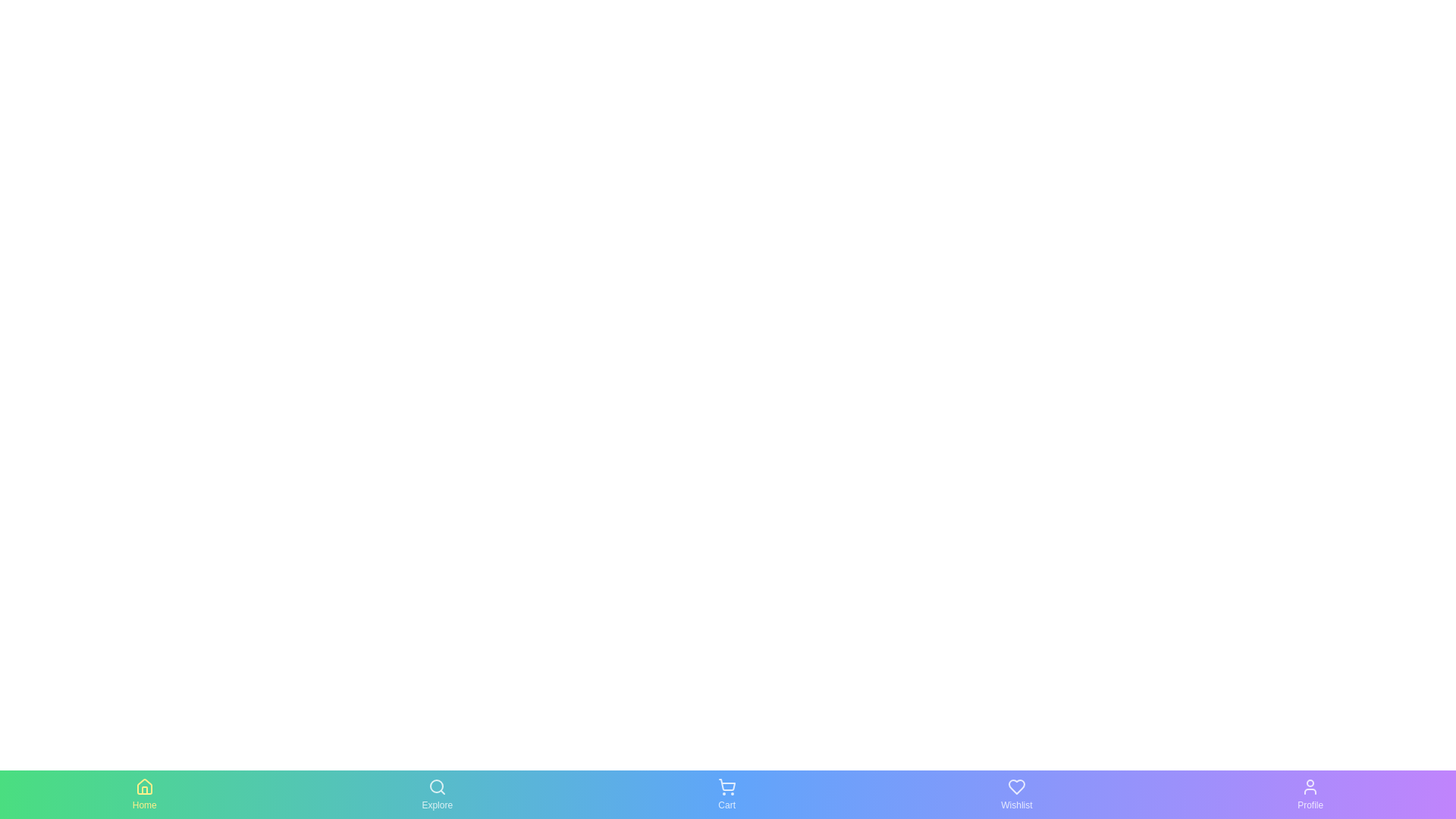  Describe the element at coordinates (1310, 794) in the screenshot. I see `the Profile navigation icon to trigger navigation` at that location.